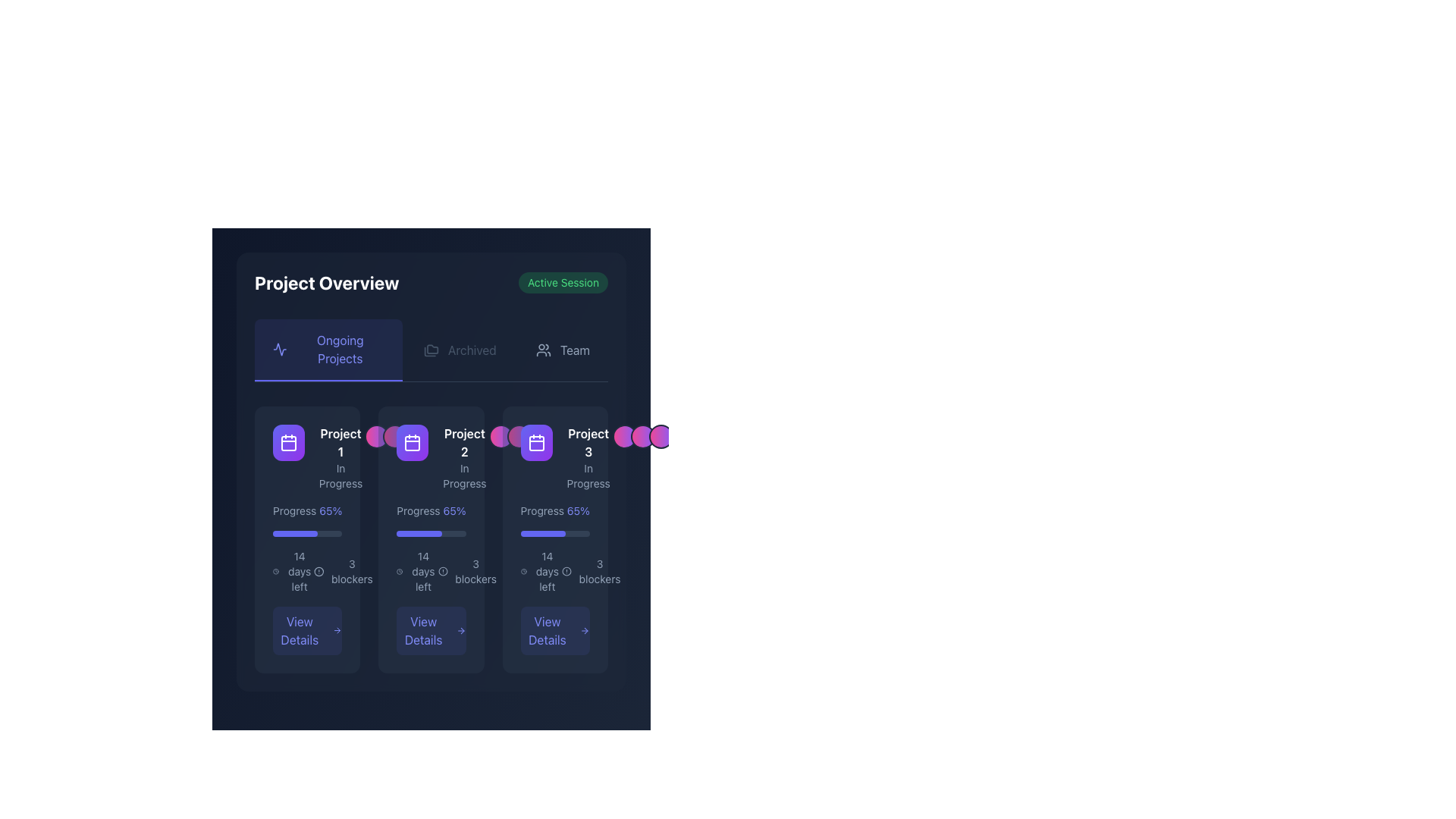 Image resolution: width=1456 pixels, height=819 pixels. I want to click on the 'View Details' button, so click(554, 631).